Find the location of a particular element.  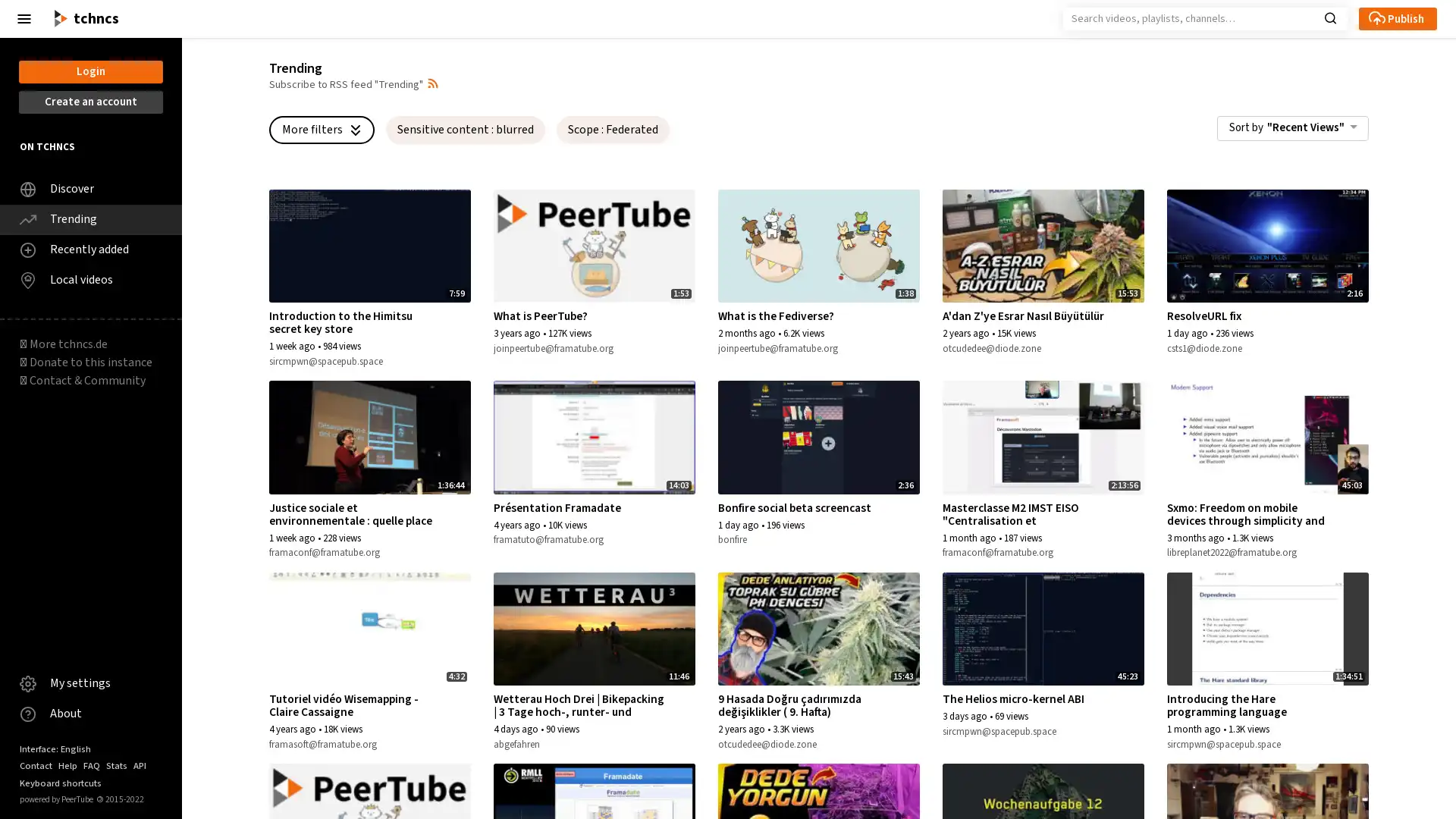

Search is located at coordinates (1329, 17).